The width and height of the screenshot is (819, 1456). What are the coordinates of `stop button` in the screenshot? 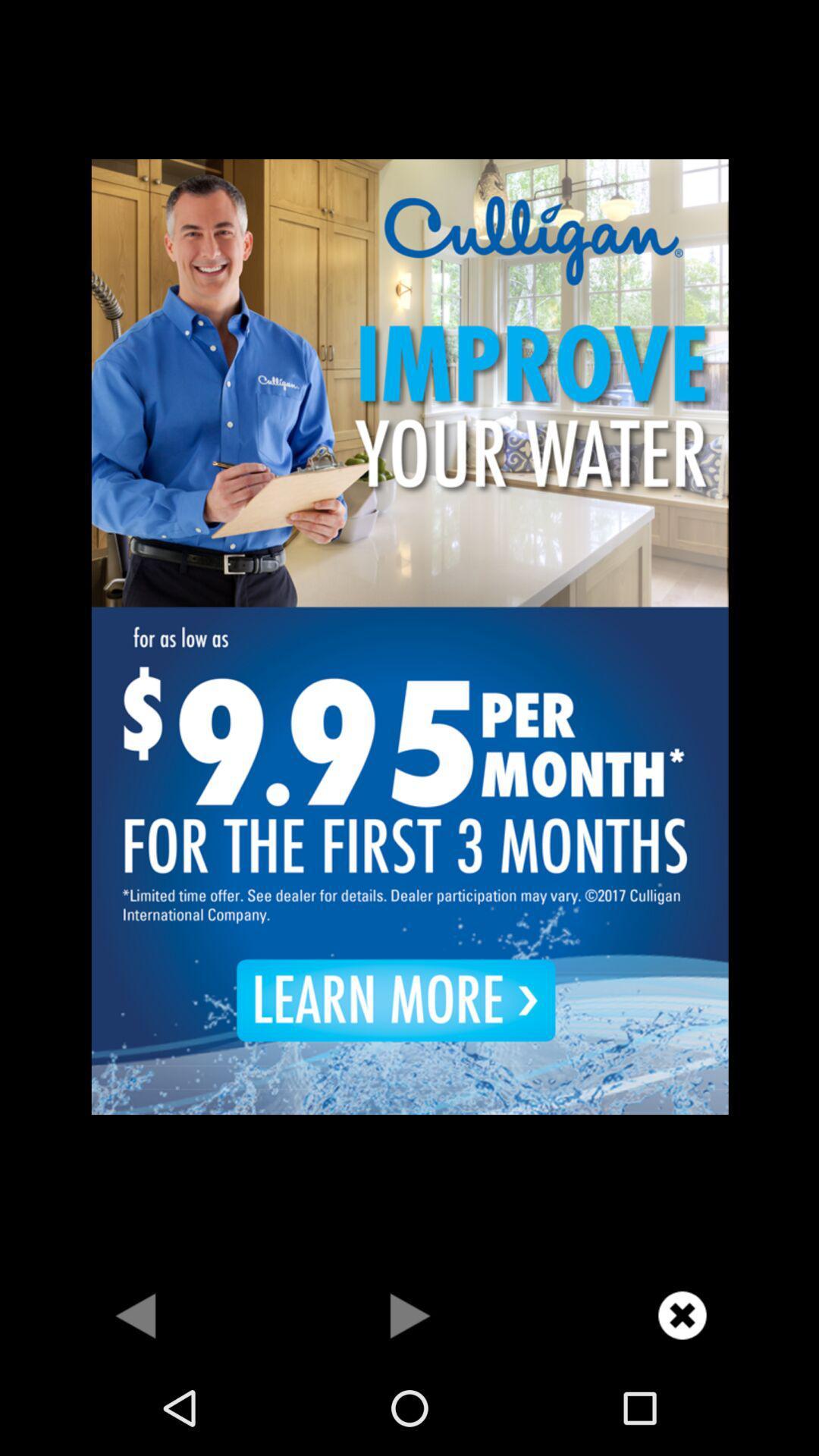 It's located at (409, 1314).